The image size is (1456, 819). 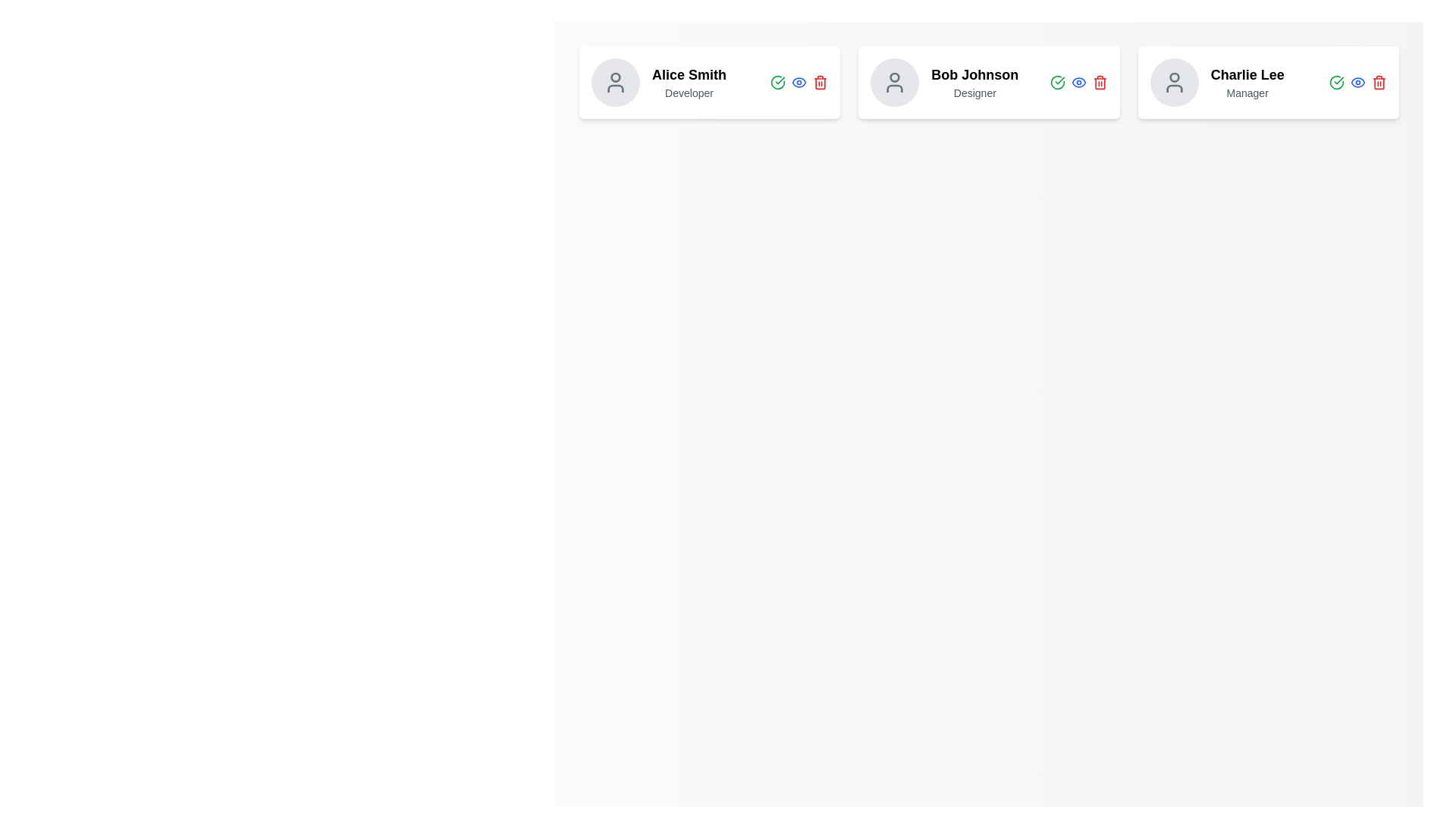 What do you see at coordinates (820, 82) in the screenshot?
I see `the red trash bin icon representing the delete action, which is the third icon in the utility icons group beneath 'Alice Smith'` at bounding box center [820, 82].